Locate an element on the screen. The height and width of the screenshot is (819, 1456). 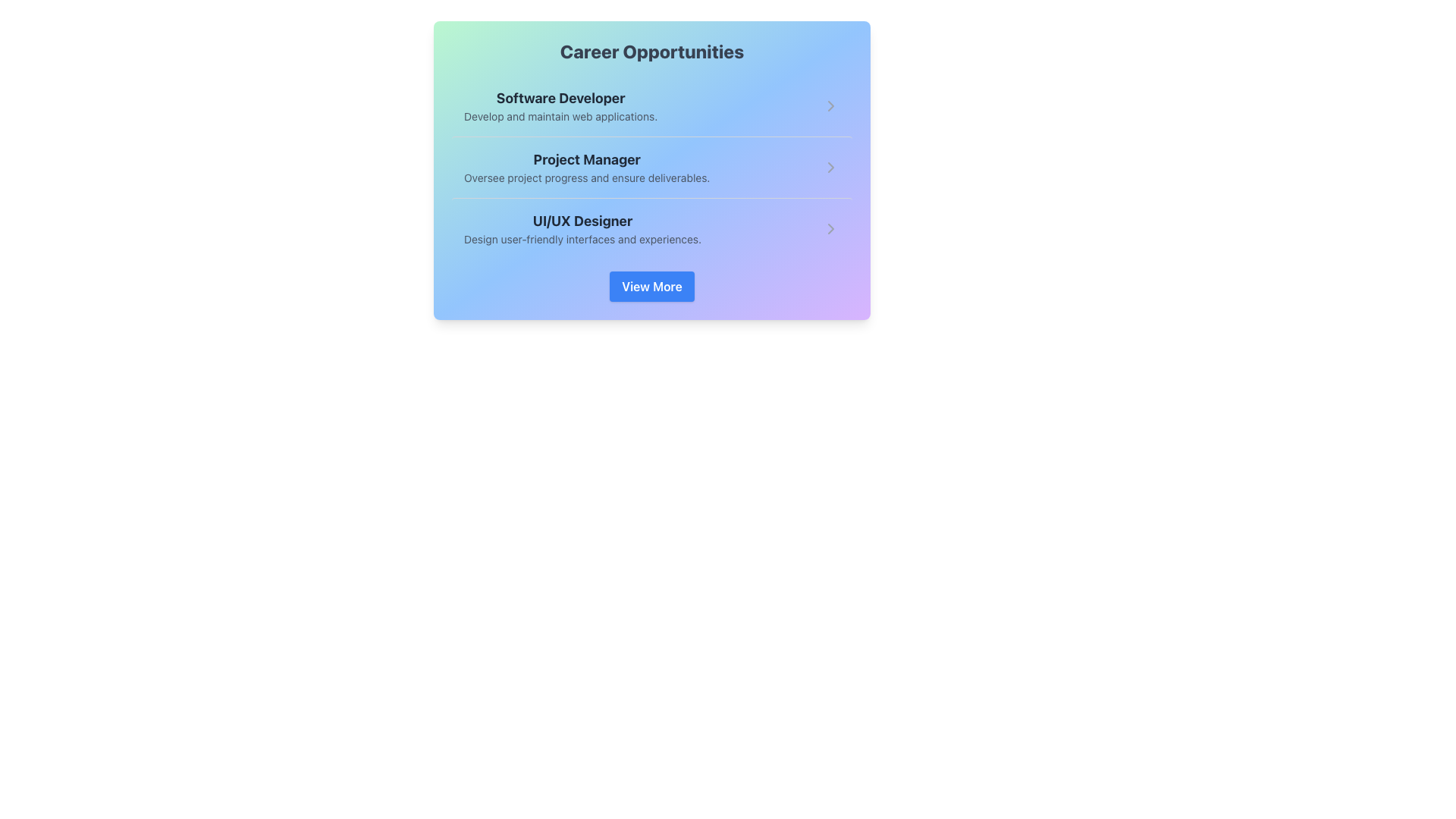
the List Item displaying the job title 'Project Manager' is located at coordinates (651, 167).